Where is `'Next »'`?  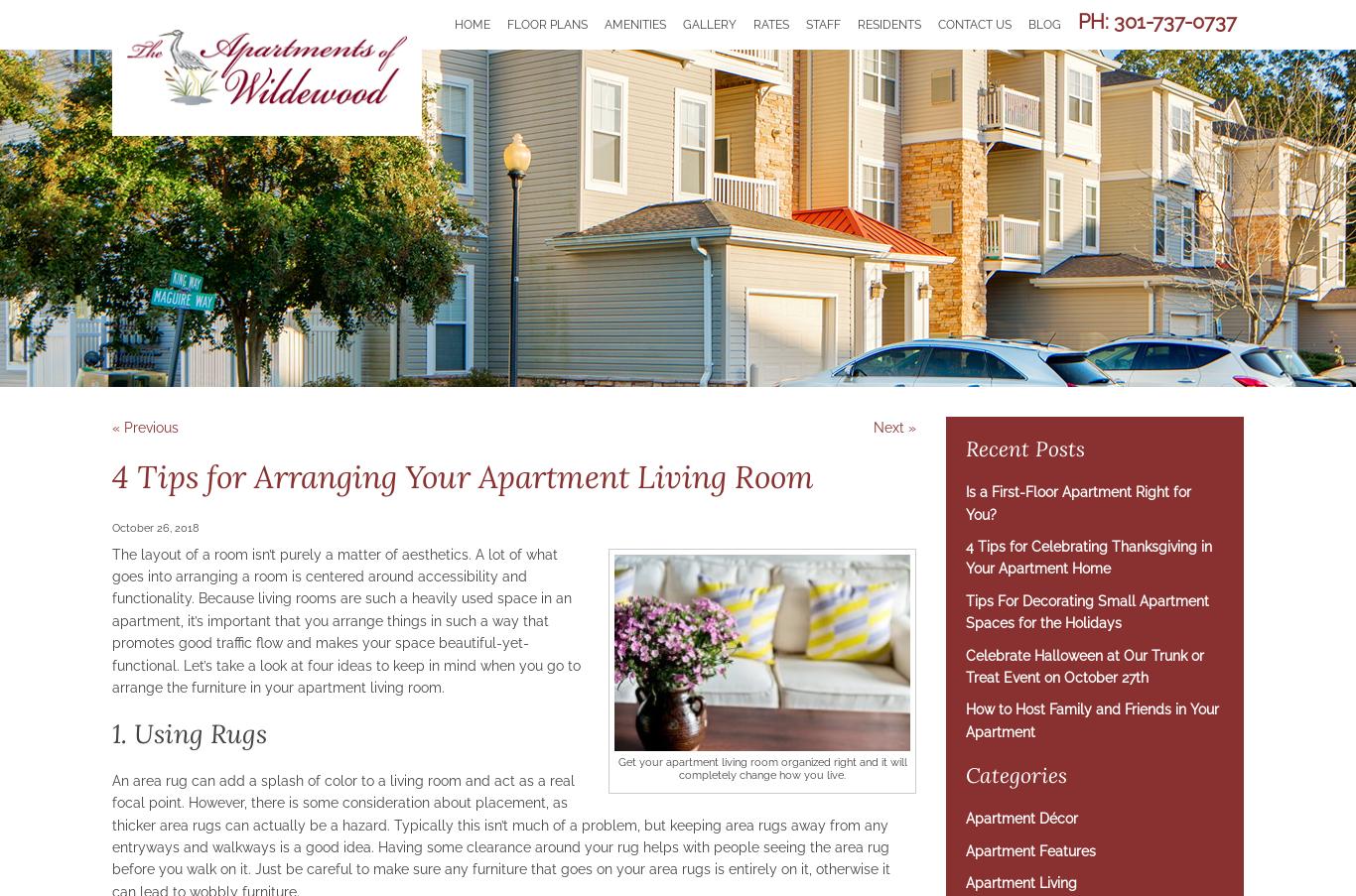 'Next »' is located at coordinates (893, 427).